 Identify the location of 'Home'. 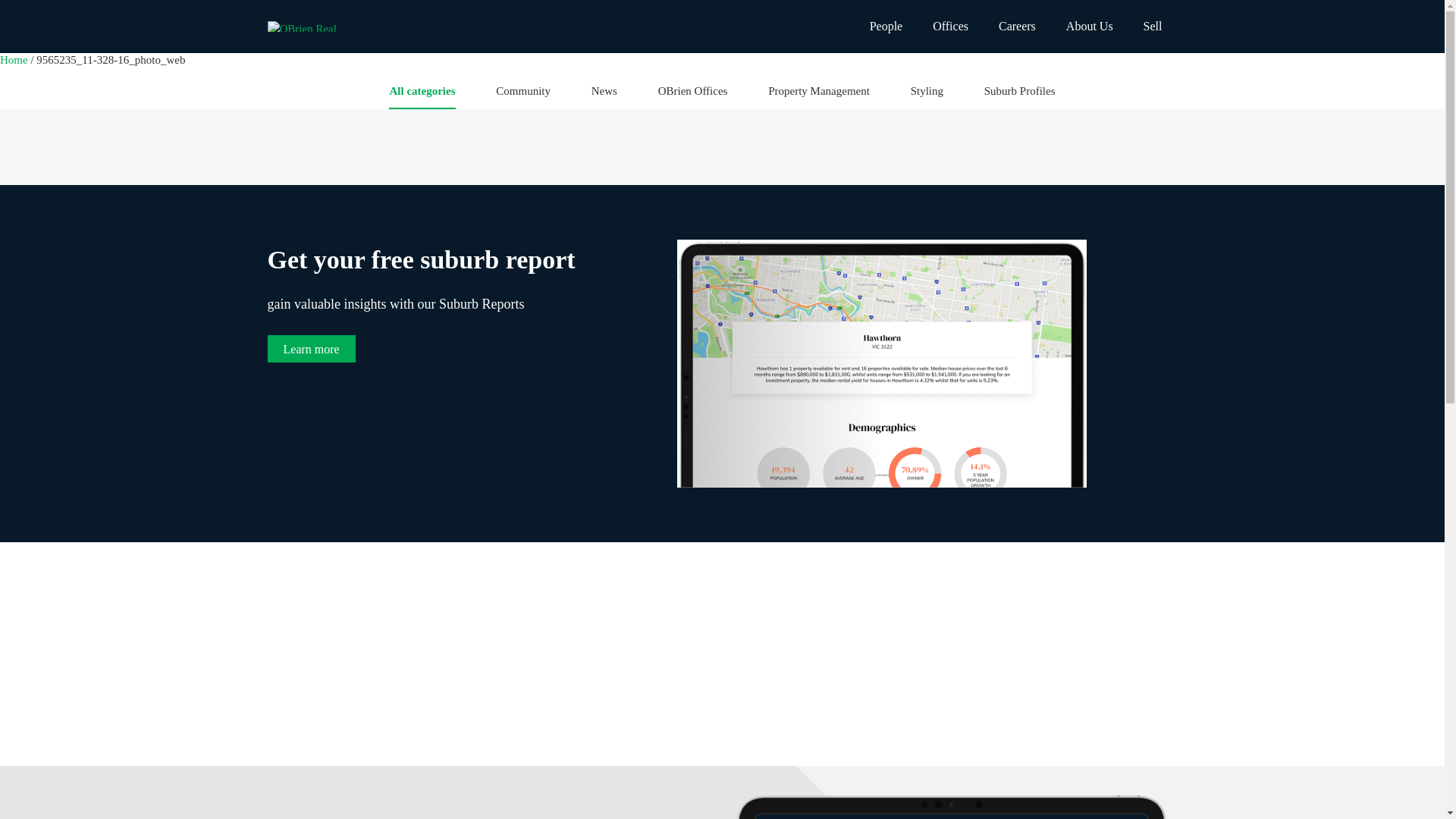
(14, 58).